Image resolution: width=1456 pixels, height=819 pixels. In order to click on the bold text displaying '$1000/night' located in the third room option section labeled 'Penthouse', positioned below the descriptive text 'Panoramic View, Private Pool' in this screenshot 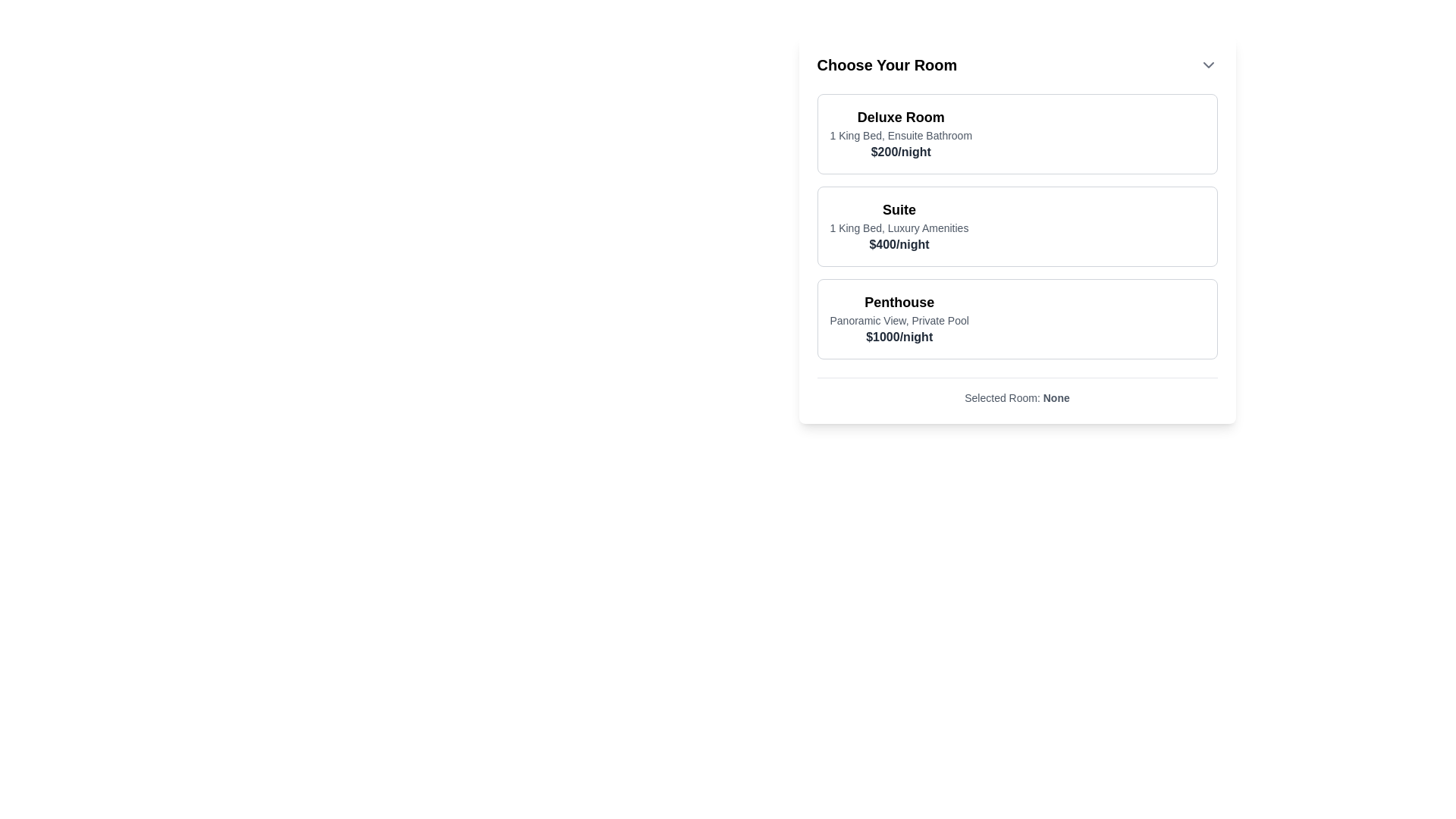, I will do `click(899, 336)`.